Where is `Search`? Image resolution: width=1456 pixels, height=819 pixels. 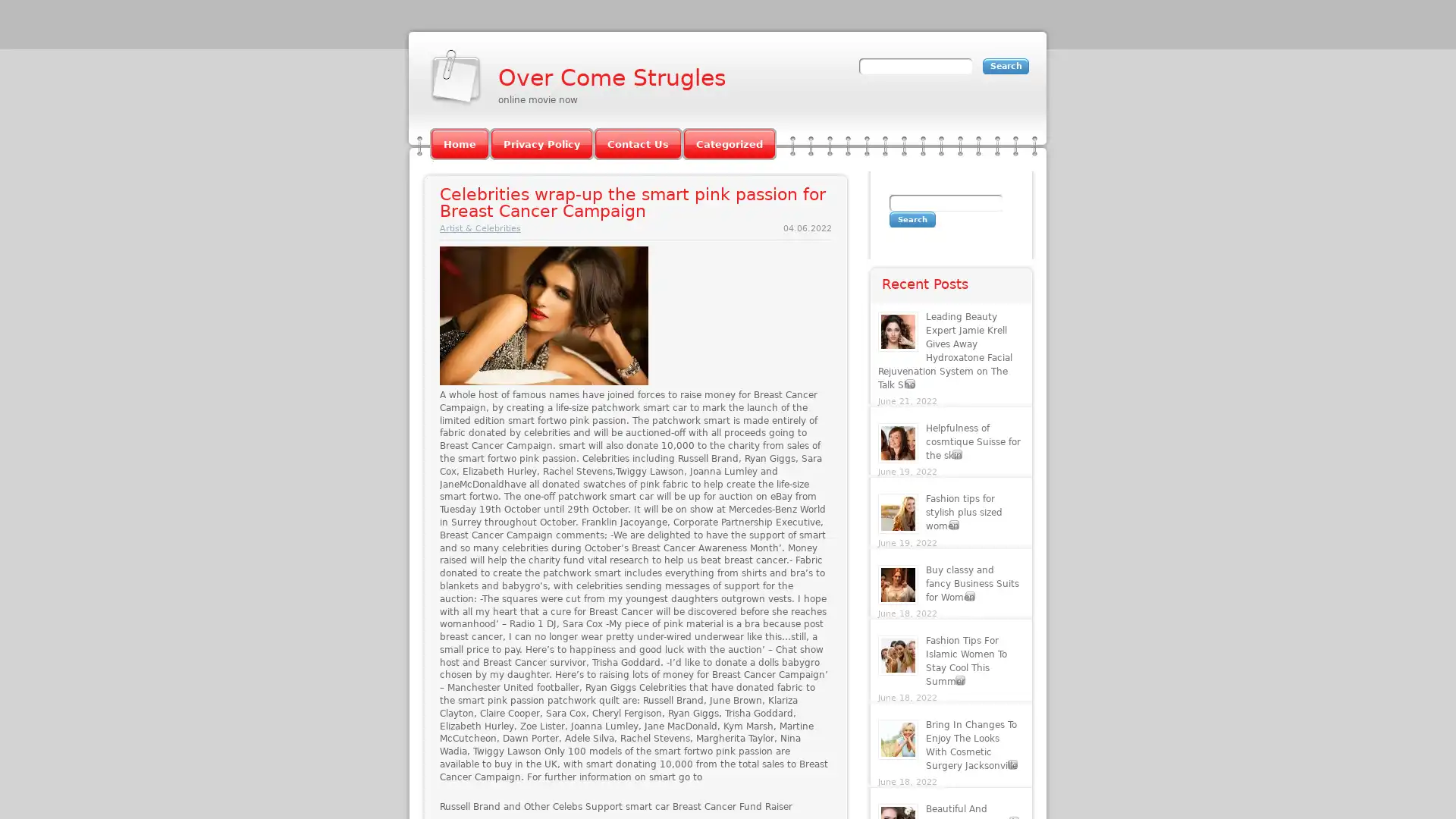
Search is located at coordinates (912, 219).